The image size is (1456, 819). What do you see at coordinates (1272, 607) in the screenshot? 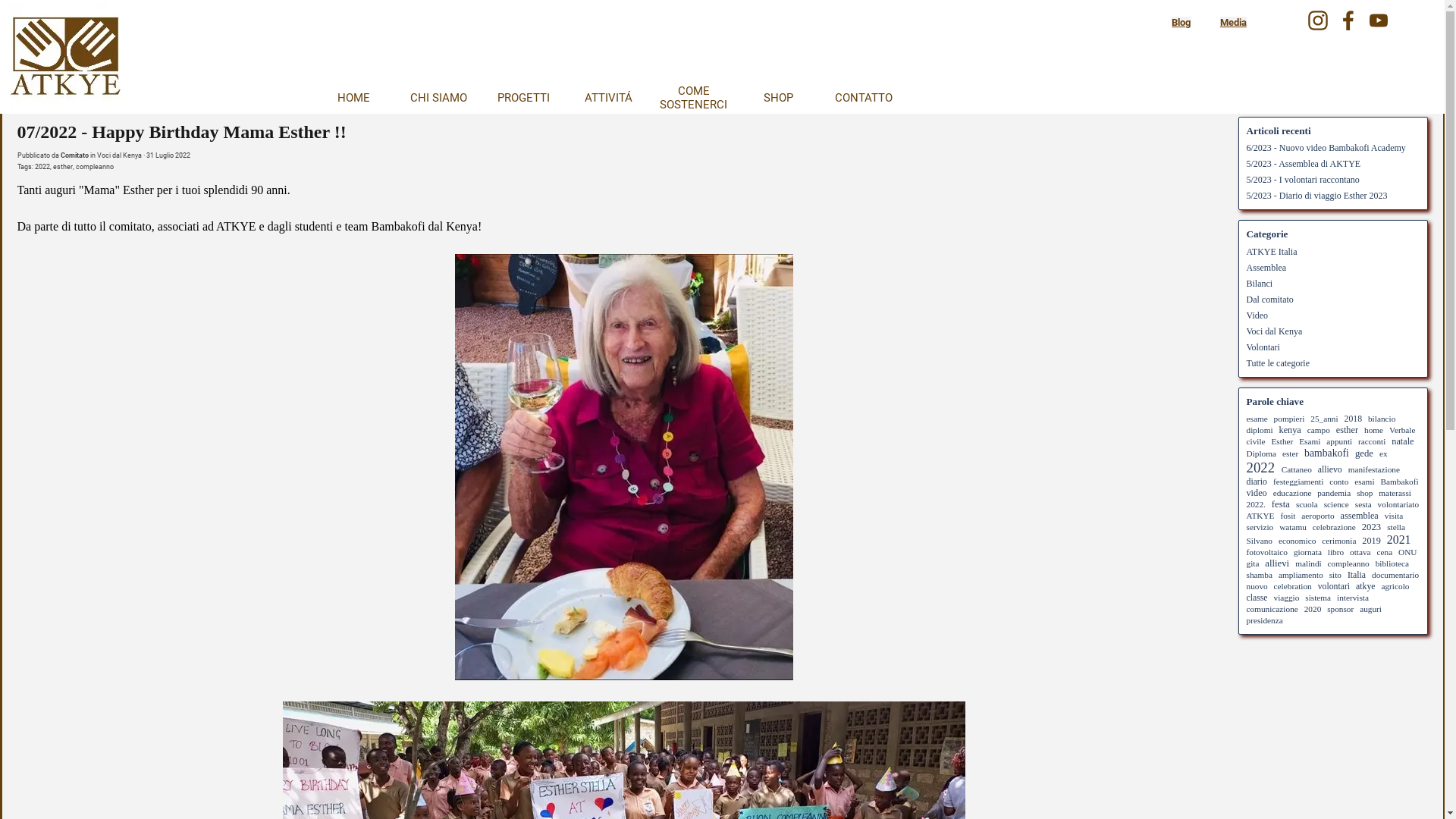
I see `'comunicazione'` at bounding box center [1272, 607].